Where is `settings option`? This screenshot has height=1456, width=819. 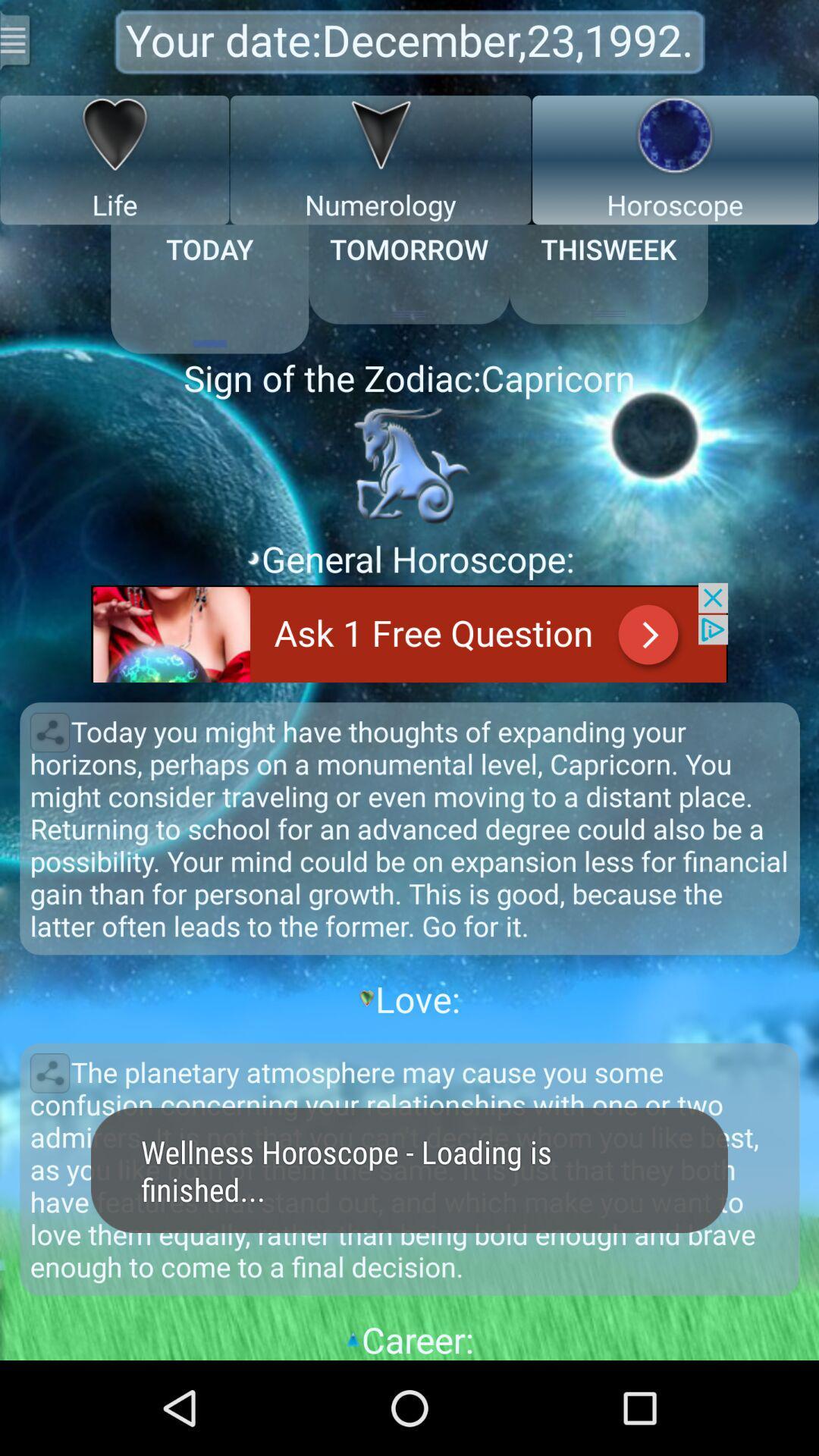
settings option is located at coordinates (17, 39).